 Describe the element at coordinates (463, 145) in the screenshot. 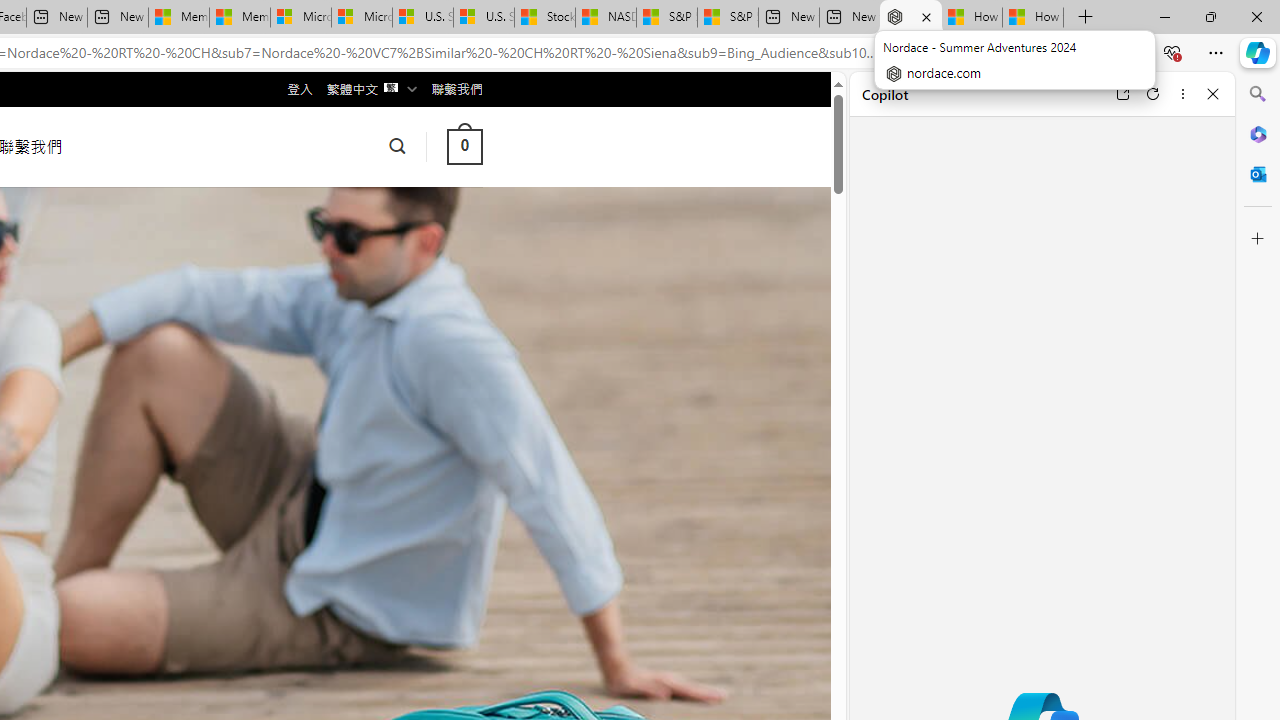

I see `' 0 '` at that location.